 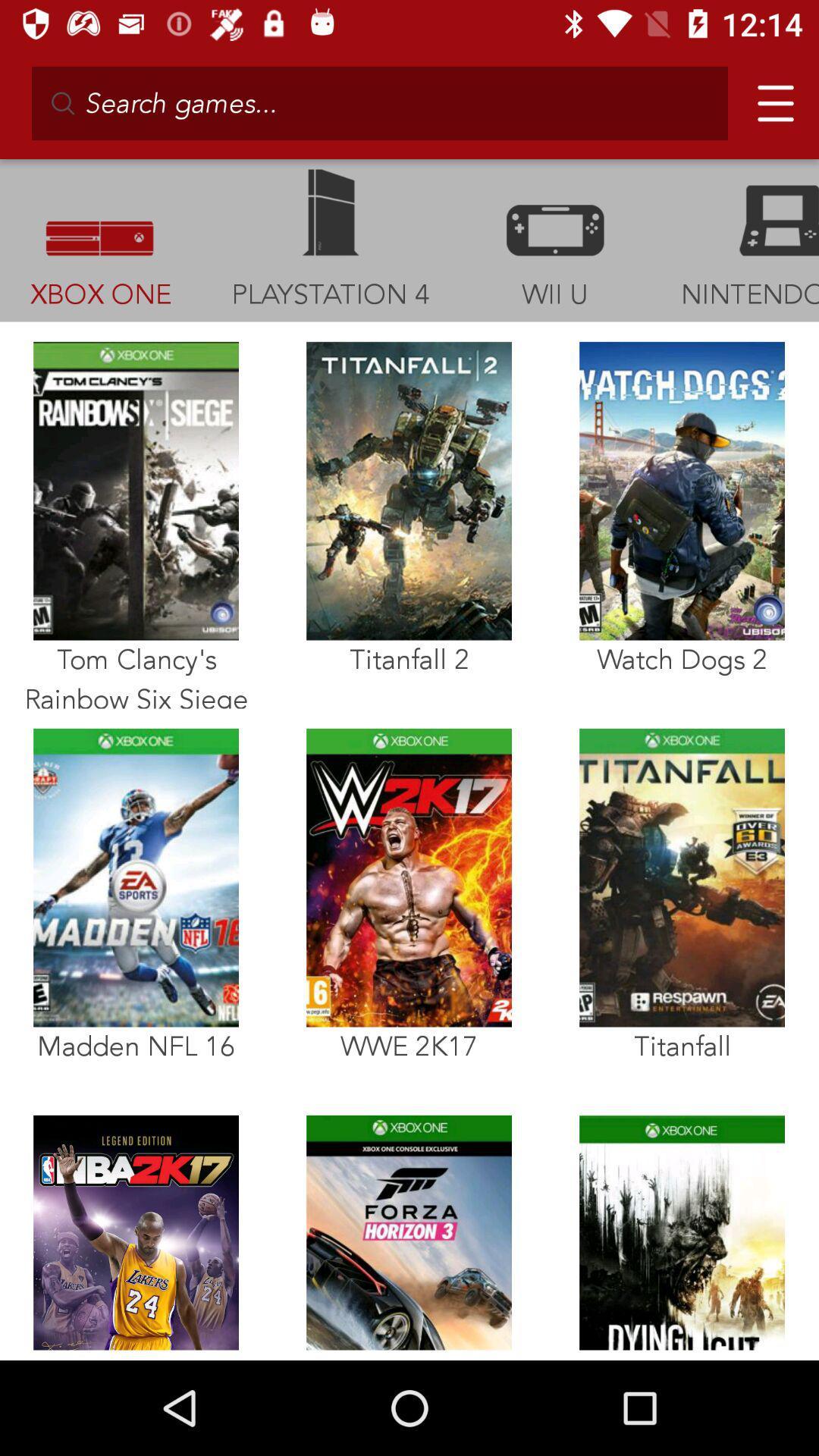 What do you see at coordinates (769, 96) in the screenshot?
I see `the menu icon` at bounding box center [769, 96].